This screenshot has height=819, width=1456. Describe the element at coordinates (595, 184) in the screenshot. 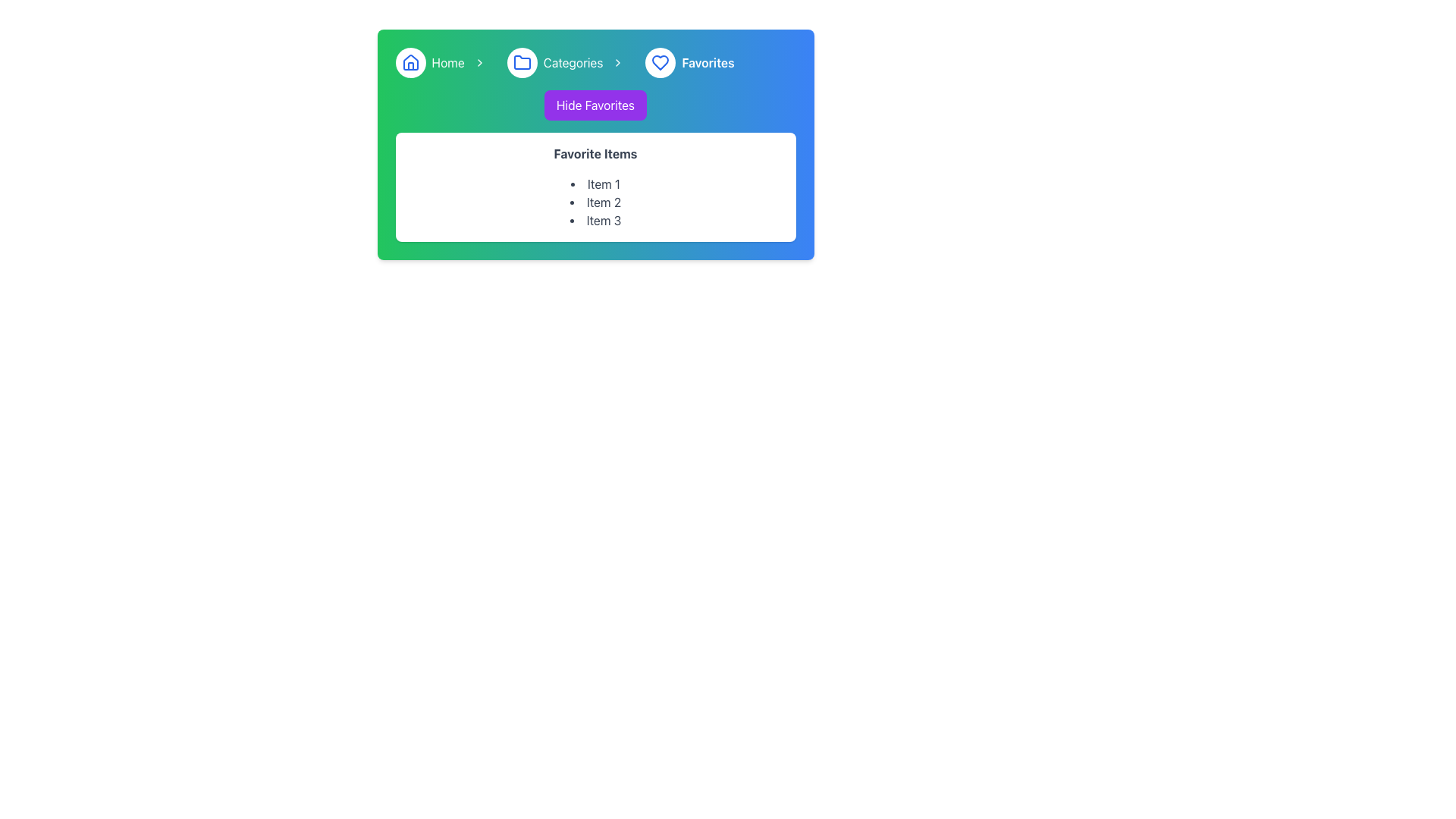

I see `text item labeled 'Item 1' in the bulleted list contained within the 'Favorite Items' box` at that location.